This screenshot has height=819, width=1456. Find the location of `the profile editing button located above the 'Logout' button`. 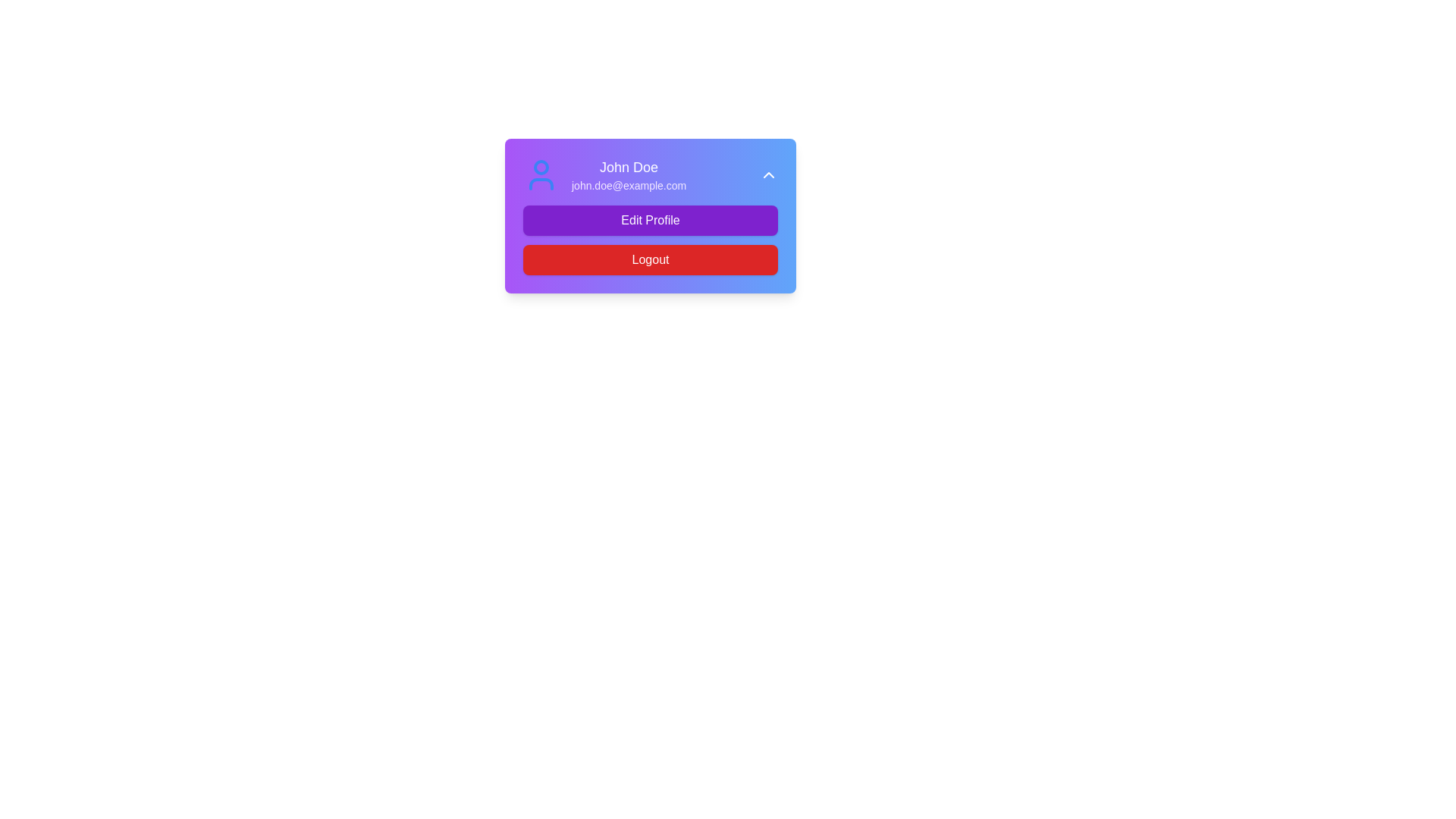

the profile editing button located above the 'Logout' button is located at coordinates (651, 220).